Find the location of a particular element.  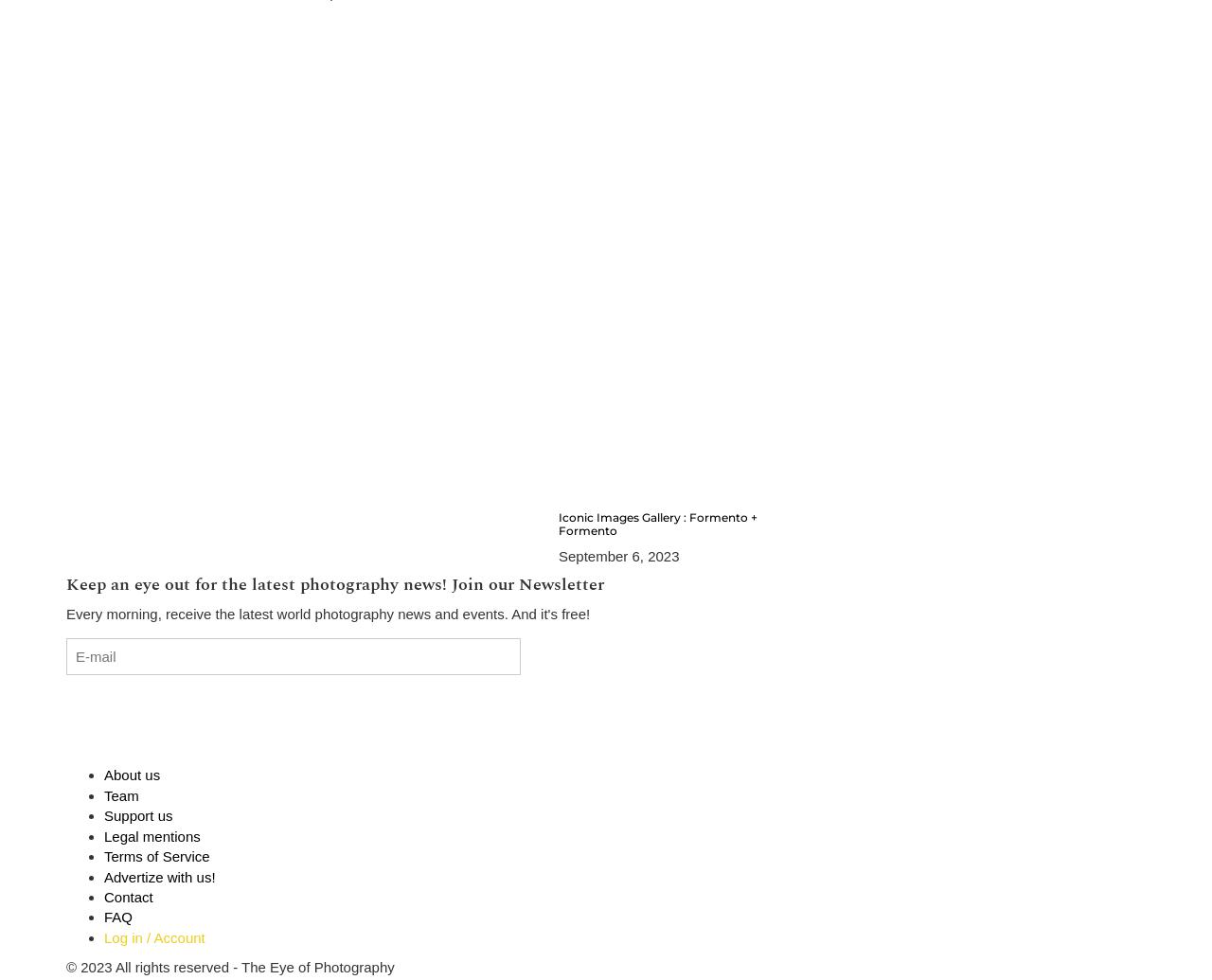

'September 6, 2023' is located at coordinates (618, 554).